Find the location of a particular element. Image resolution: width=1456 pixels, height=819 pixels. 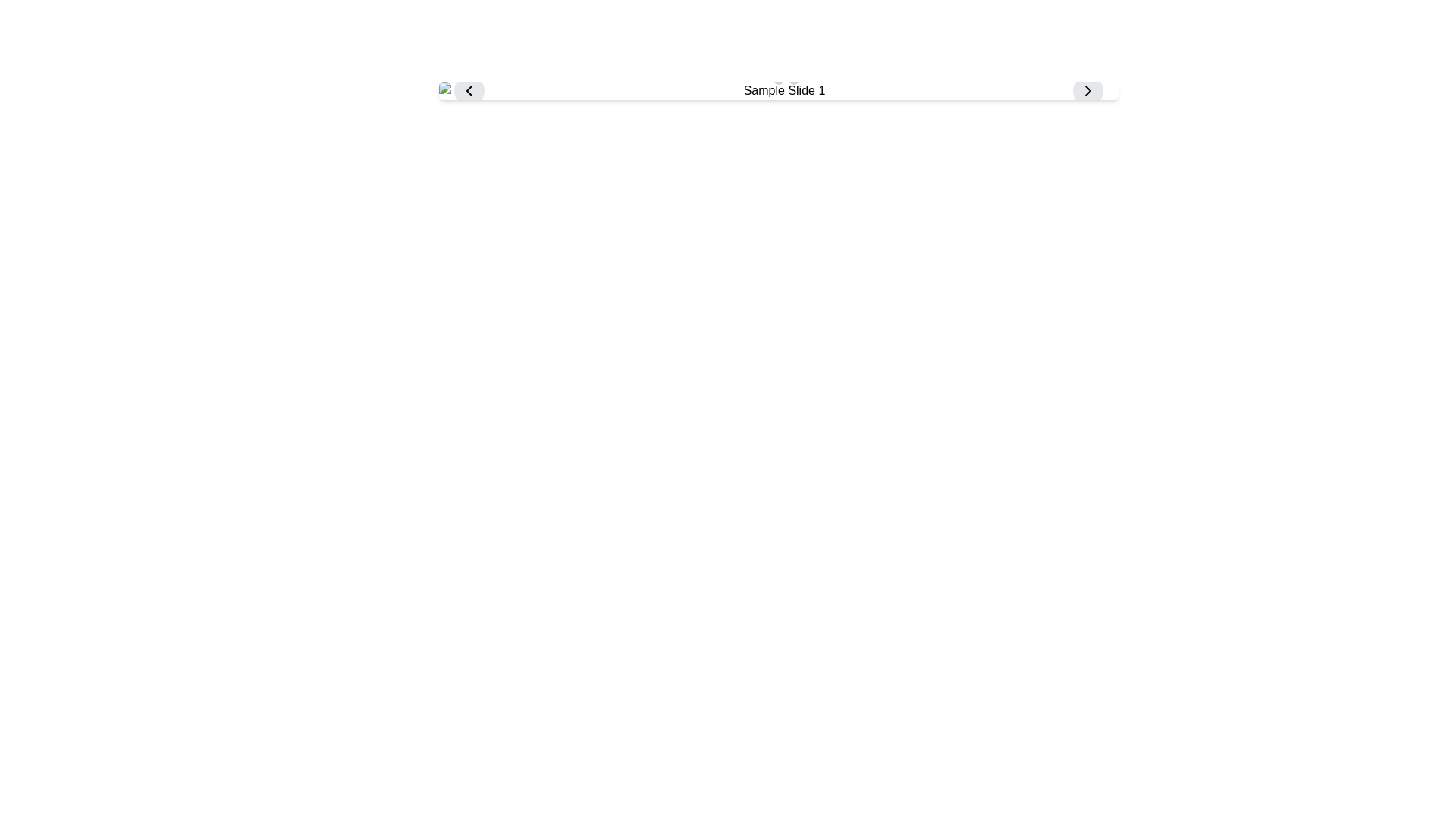

the circular button with a light gray background and a leftward chevron symbol is located at coordinates (468, 90).